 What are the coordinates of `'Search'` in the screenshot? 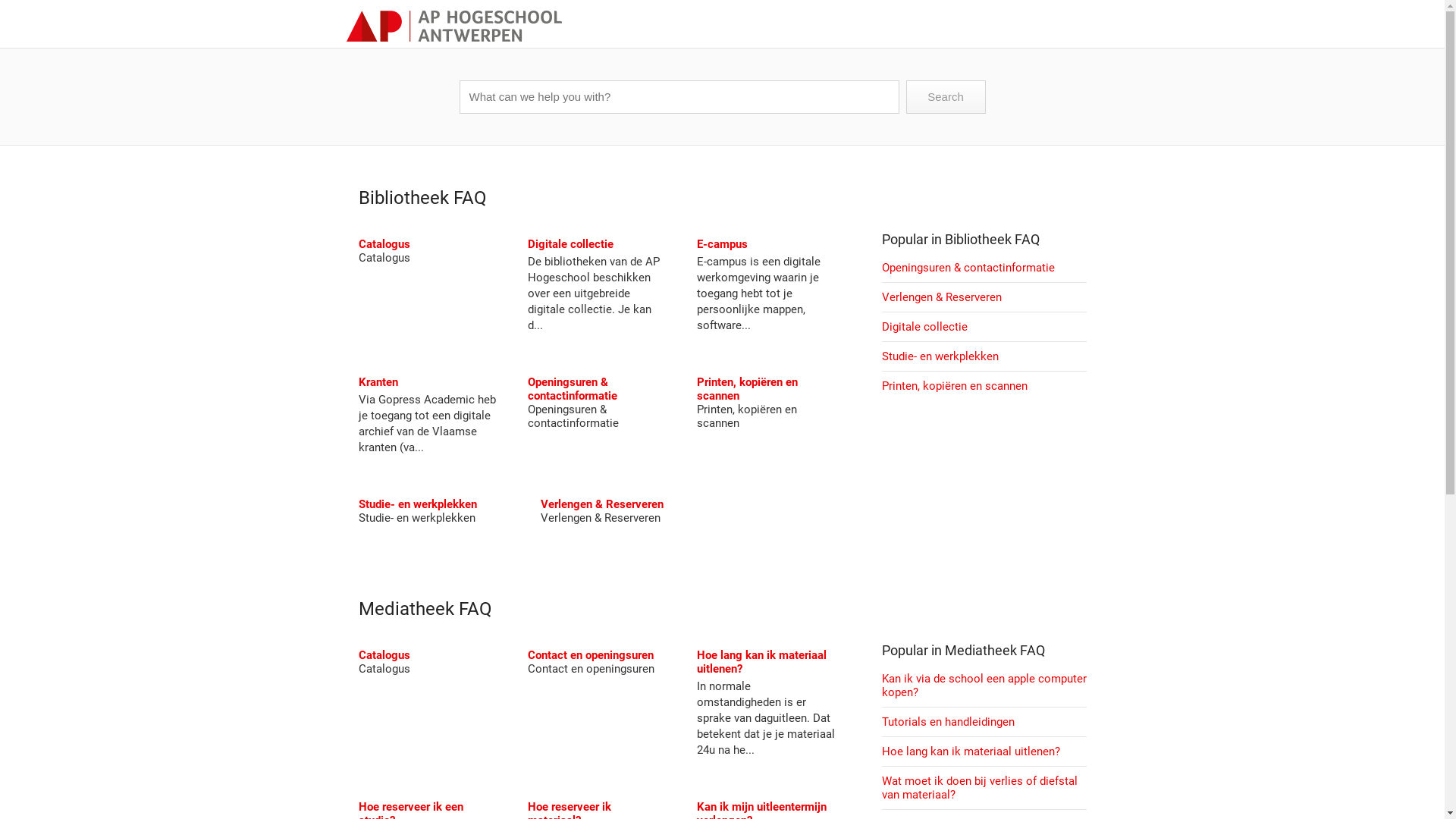 It's located at (944, 96).